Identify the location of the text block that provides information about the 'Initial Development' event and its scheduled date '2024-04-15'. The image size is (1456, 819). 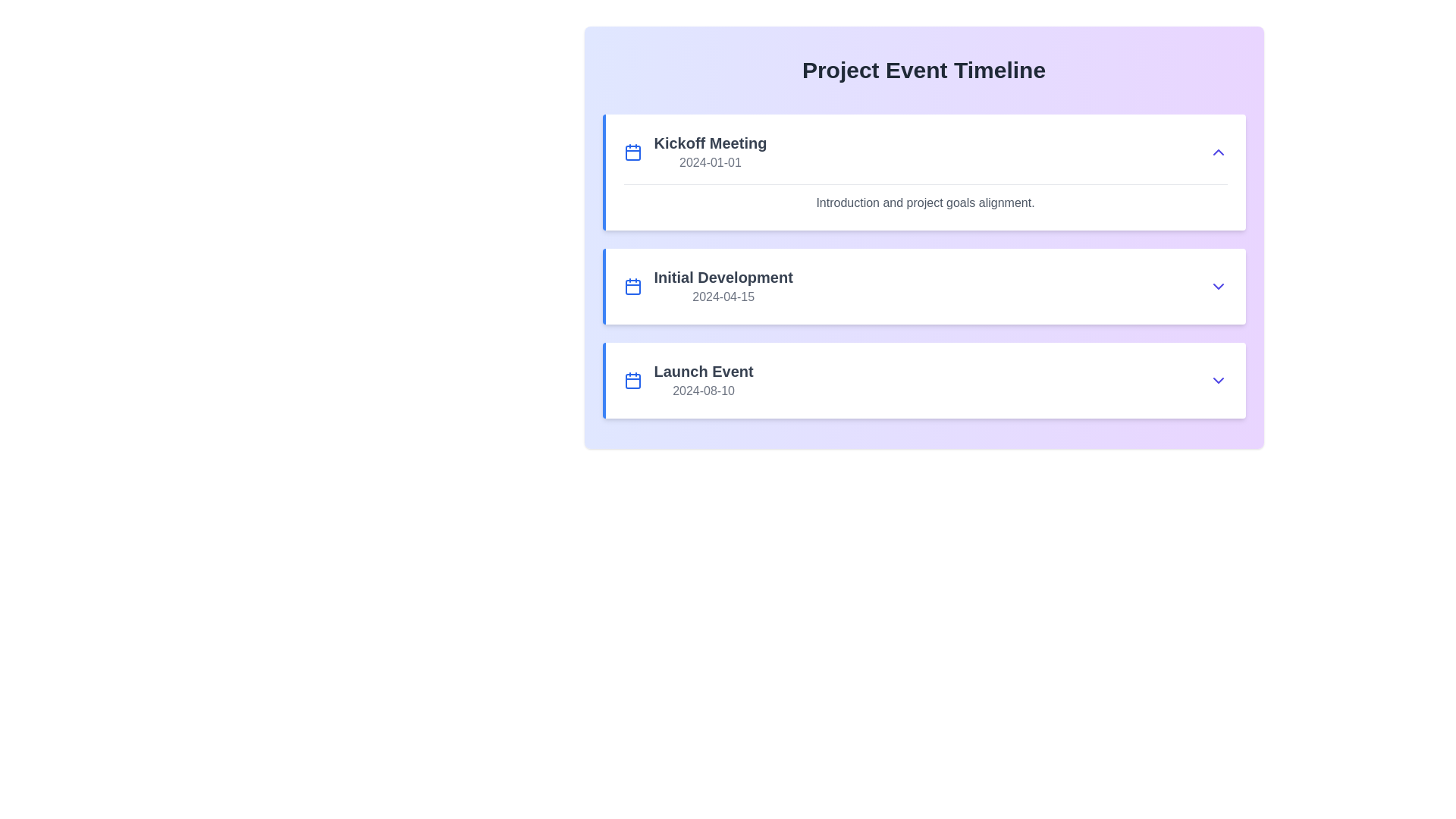
(723, 287).